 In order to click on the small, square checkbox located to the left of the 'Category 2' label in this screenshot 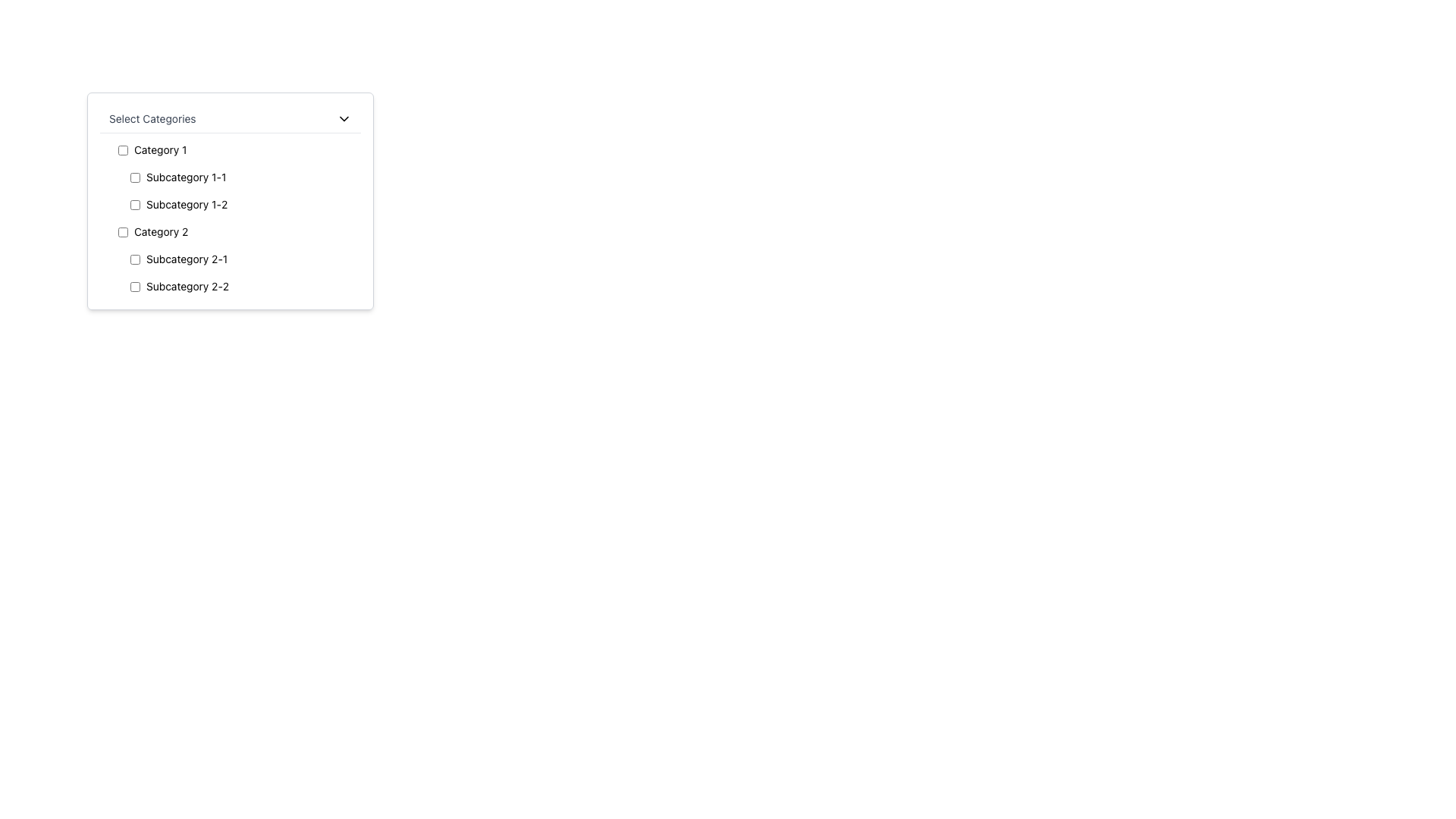, I will do `click(123, 231)`.